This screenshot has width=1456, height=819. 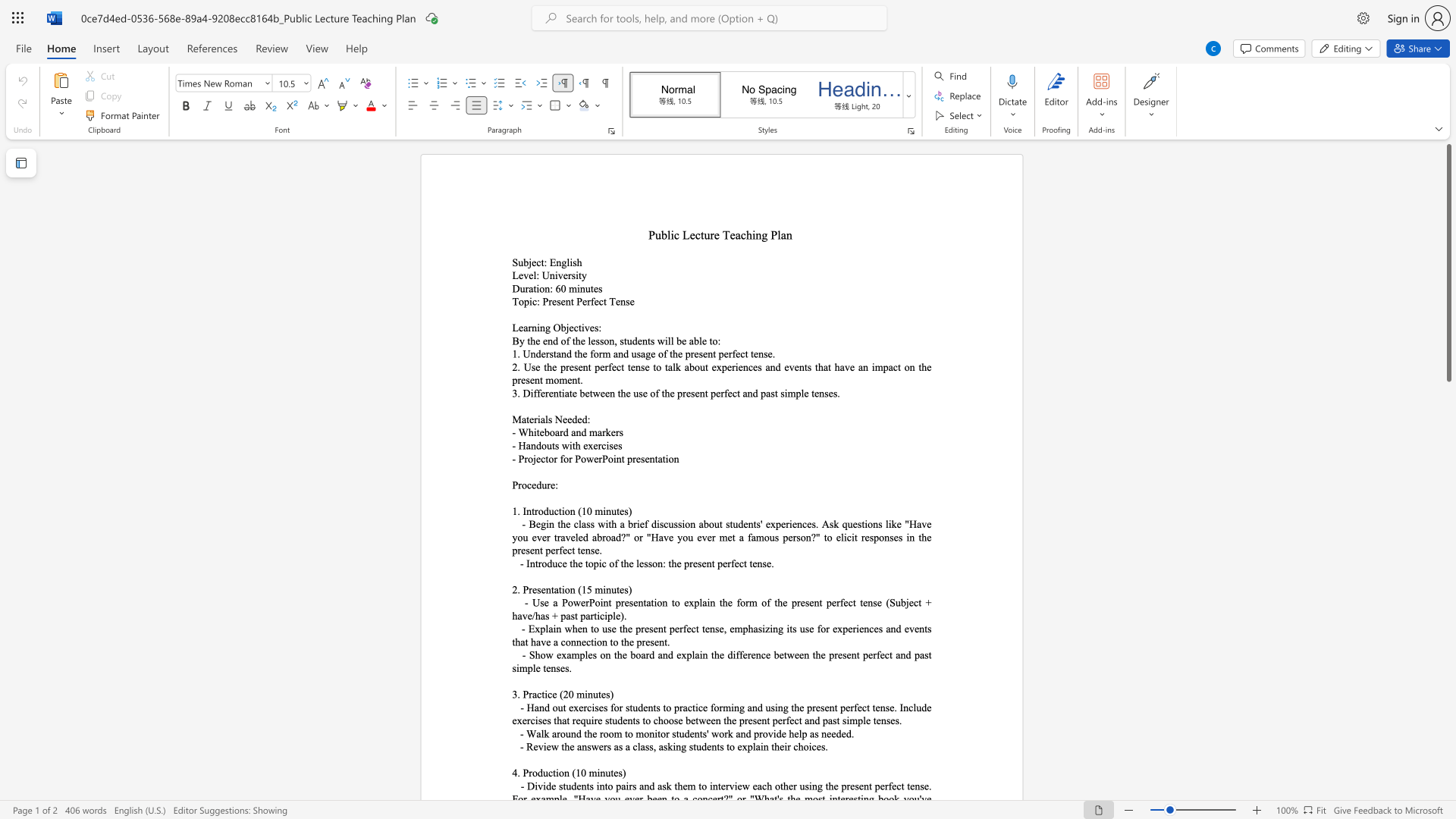 What do you see at coordinates (538, 588) in the screenshot?
I see `the 1th character "s" in the text` at bounding box center [538, 588].